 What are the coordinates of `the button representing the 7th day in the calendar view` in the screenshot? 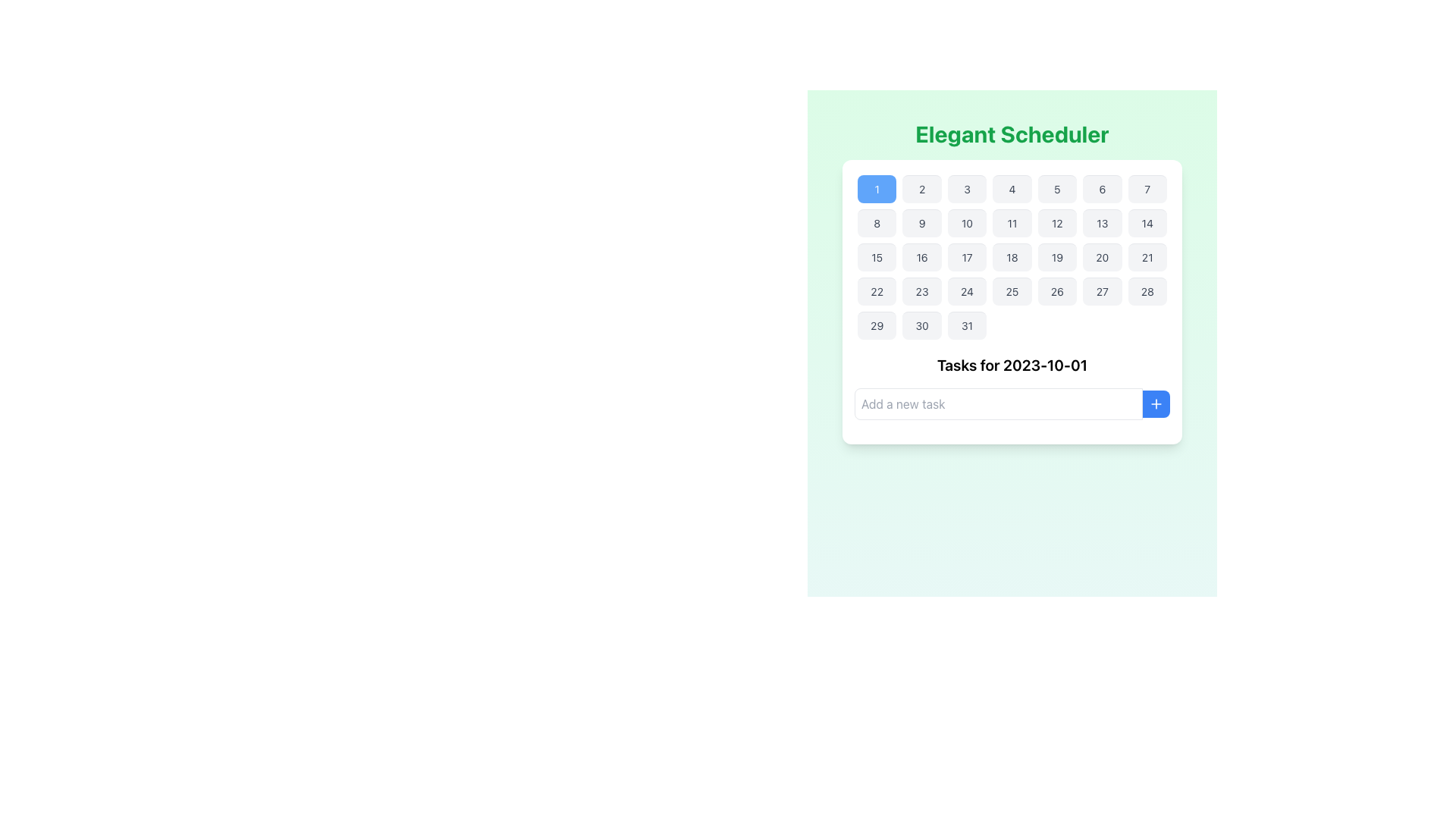 It's located at (1147, 188).